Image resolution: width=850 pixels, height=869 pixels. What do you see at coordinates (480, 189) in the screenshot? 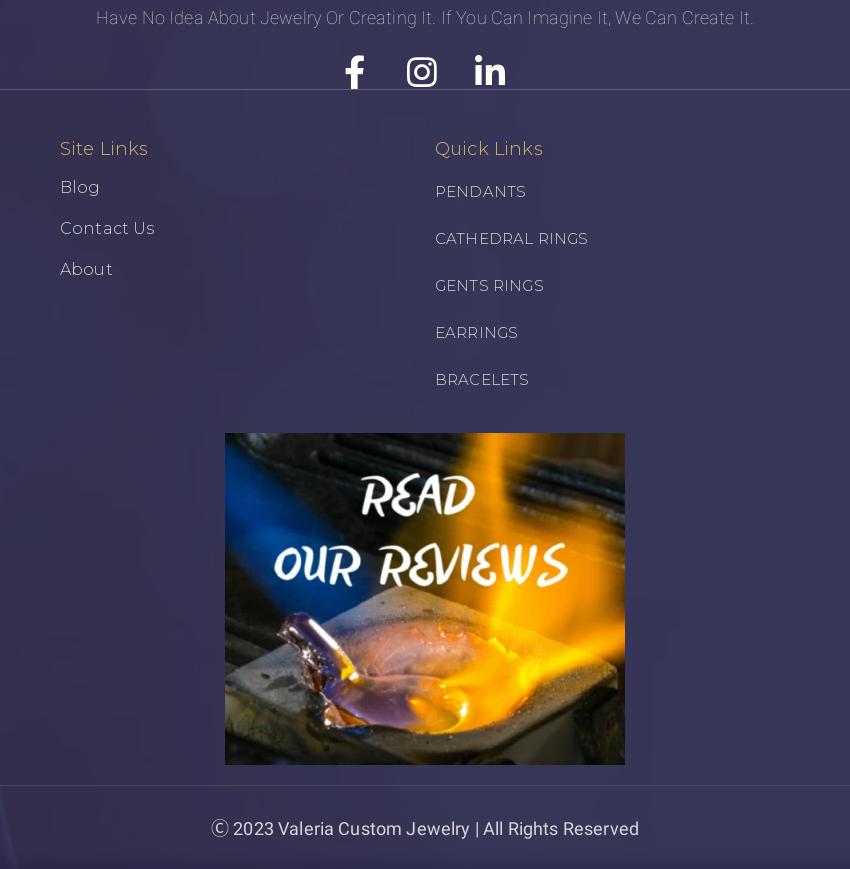
I see `'PENDANTS'` at bounding box center [480, 189].